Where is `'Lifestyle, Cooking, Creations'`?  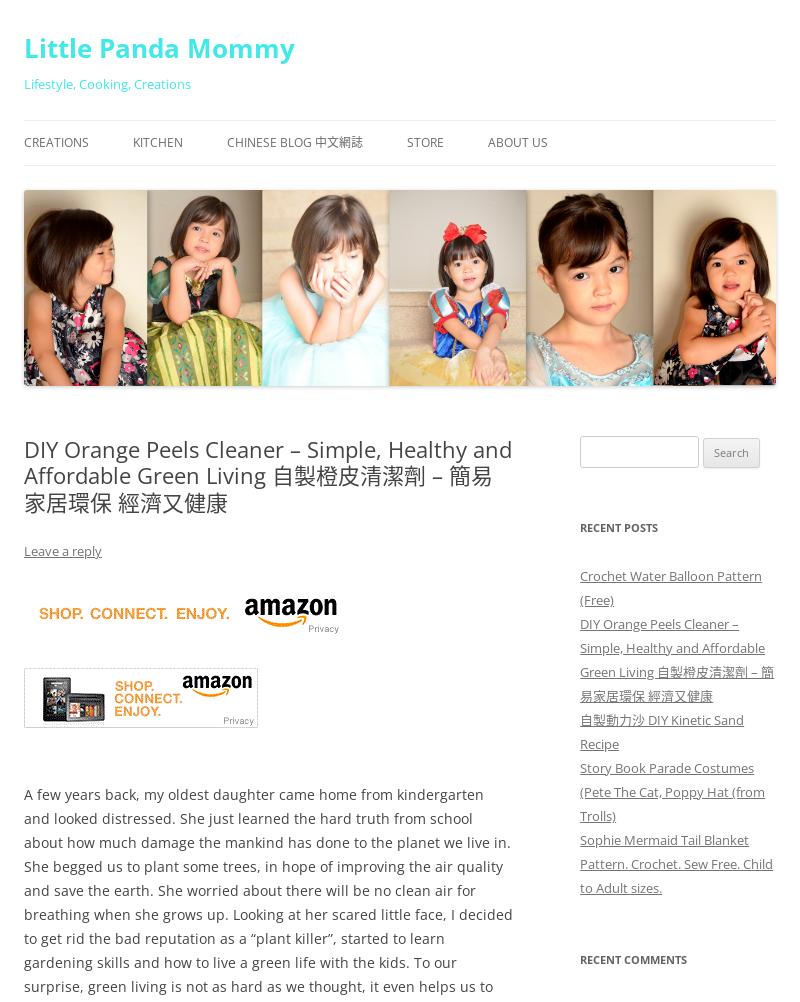
'Lifestyle, Cooking, Creations' is located at coordinates (106, 83).